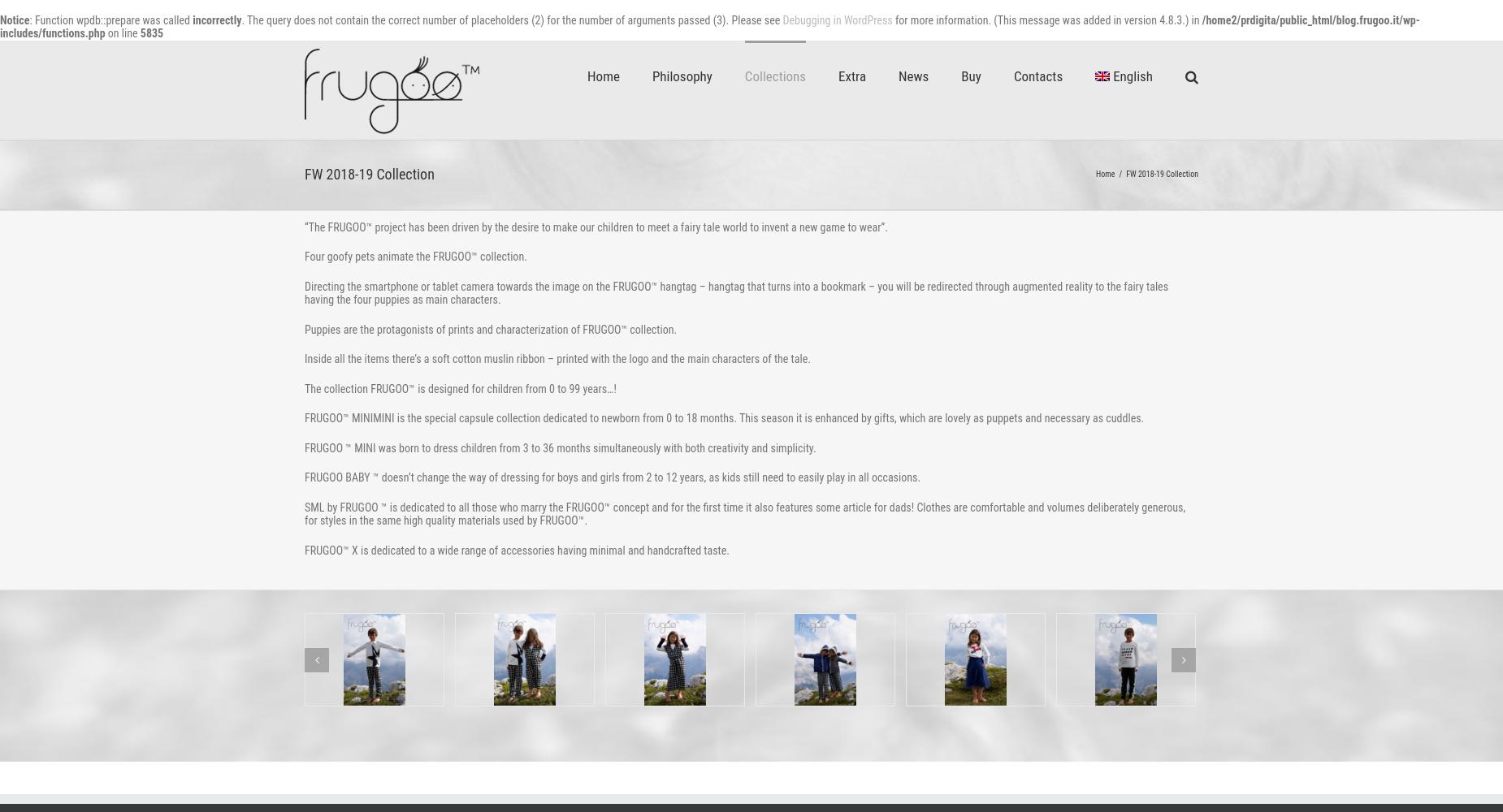 The width and height of the screenshot is (1503, 812). What do you see at coordinates (836, 19) in the screenshot?
I see `'Debugging in WordPress'` at bounding box center [836, 19].